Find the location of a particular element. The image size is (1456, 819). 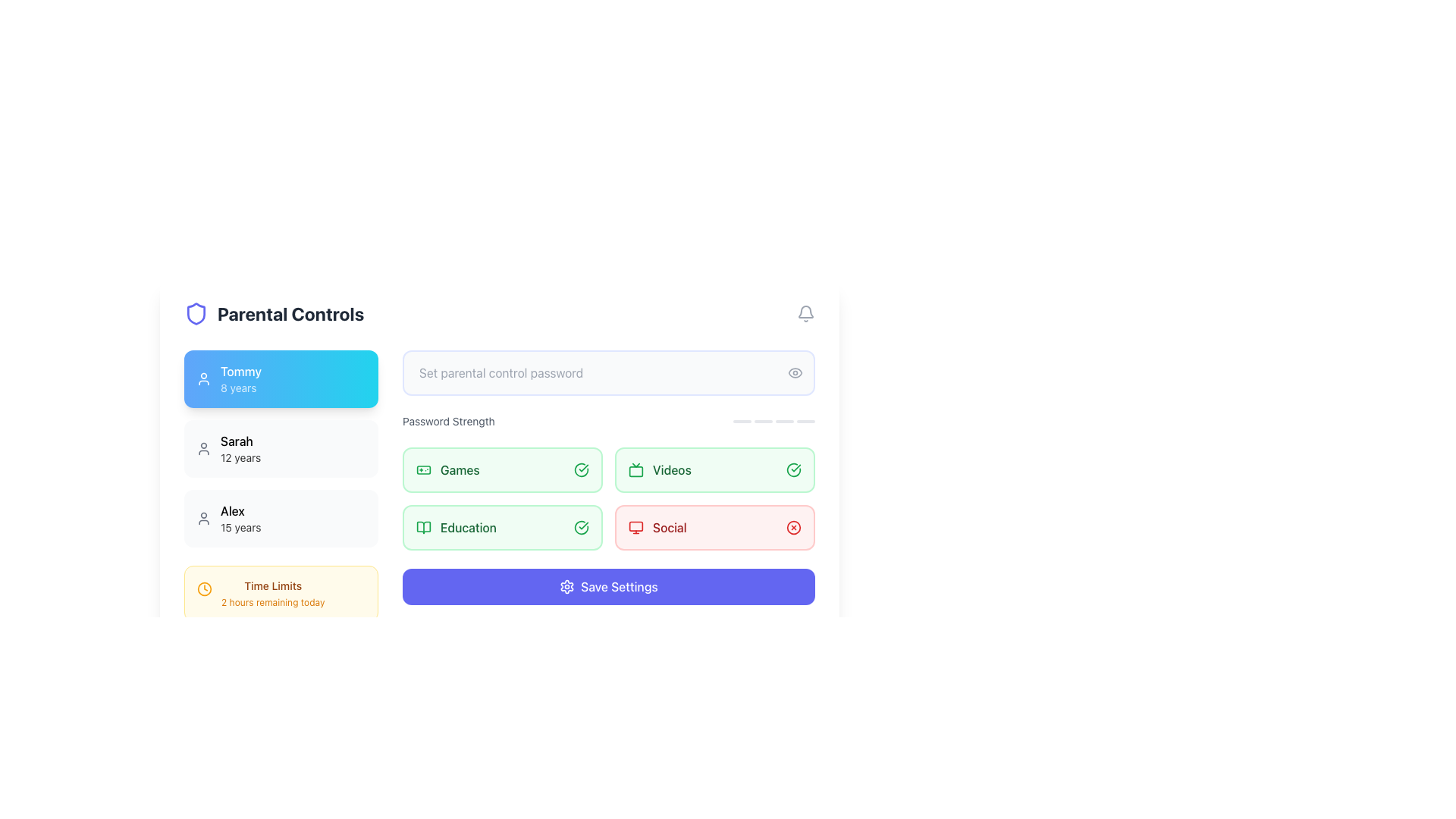

the visibility toggle icon button located to the right of the password input field, which is part of the parental control password section is located at coordinates (795, 373).